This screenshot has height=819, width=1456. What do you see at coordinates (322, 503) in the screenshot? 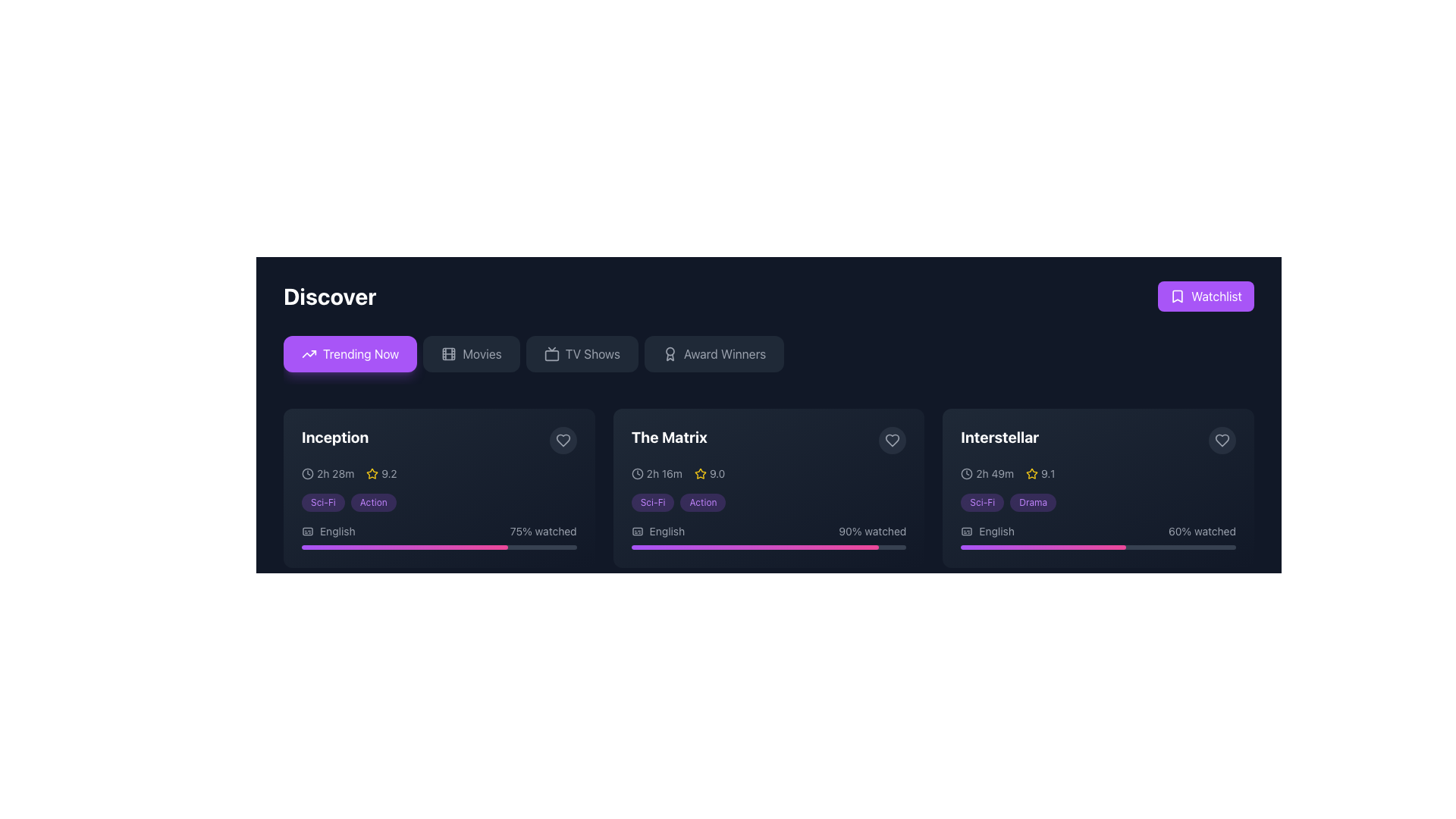
I see `the genre label for the movie 'Inception' located in the 'Discover' section, which is positioned to the left of the 'Action' label` at bounding box center [322, 503].